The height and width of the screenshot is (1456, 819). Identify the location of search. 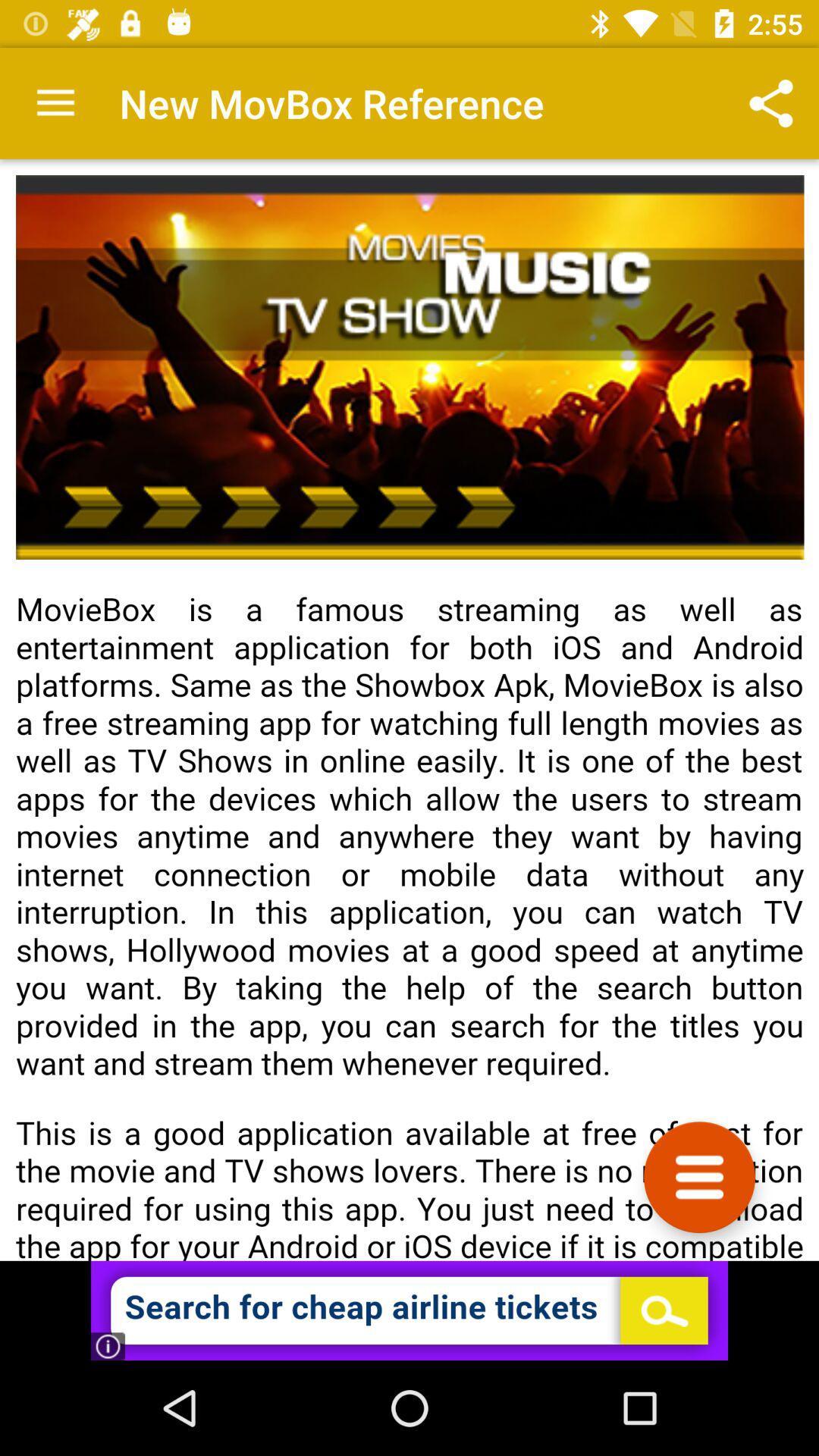
(409, 1310).